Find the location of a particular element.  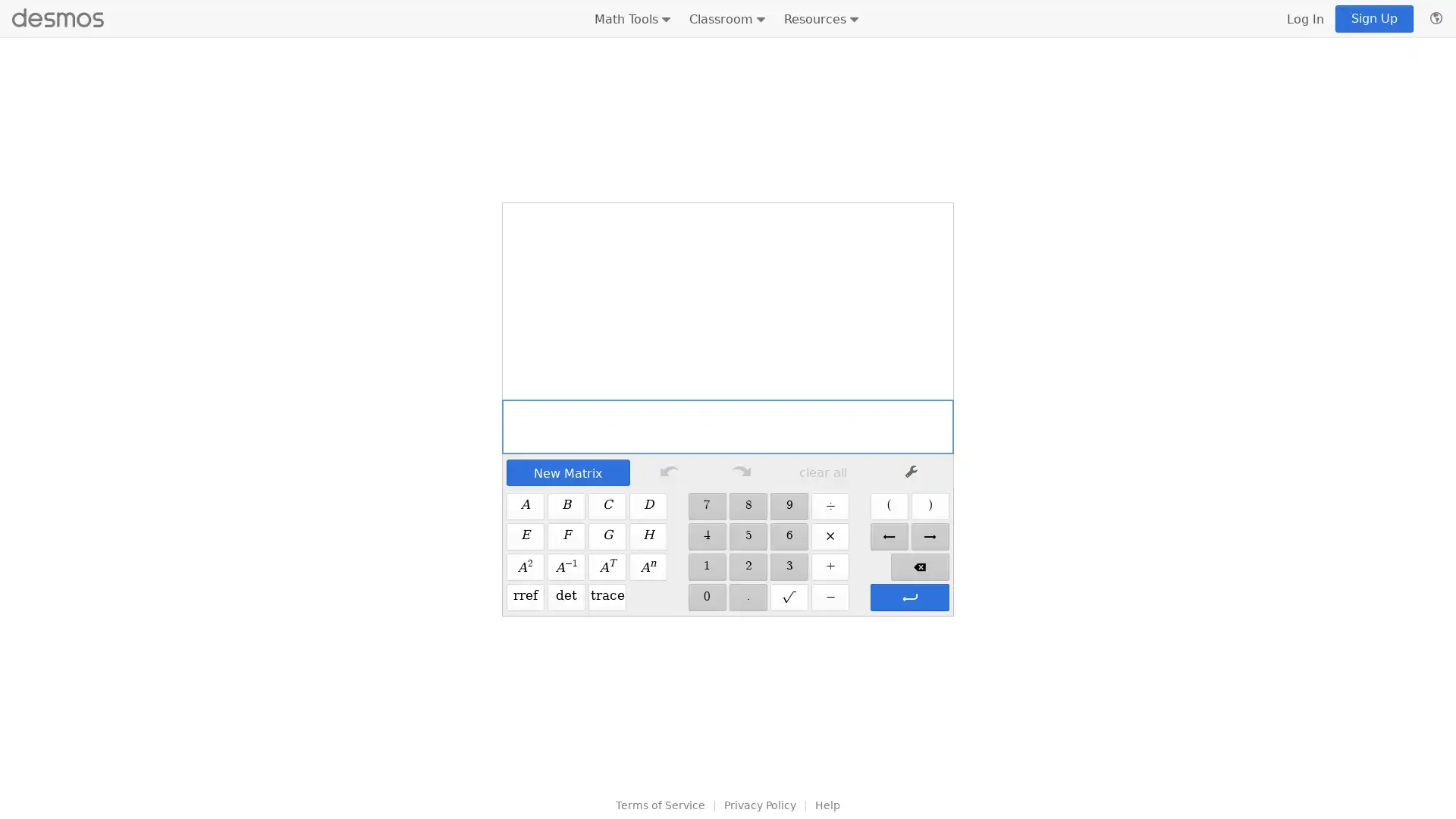

New Matrix is located at coordinates (566, 472).